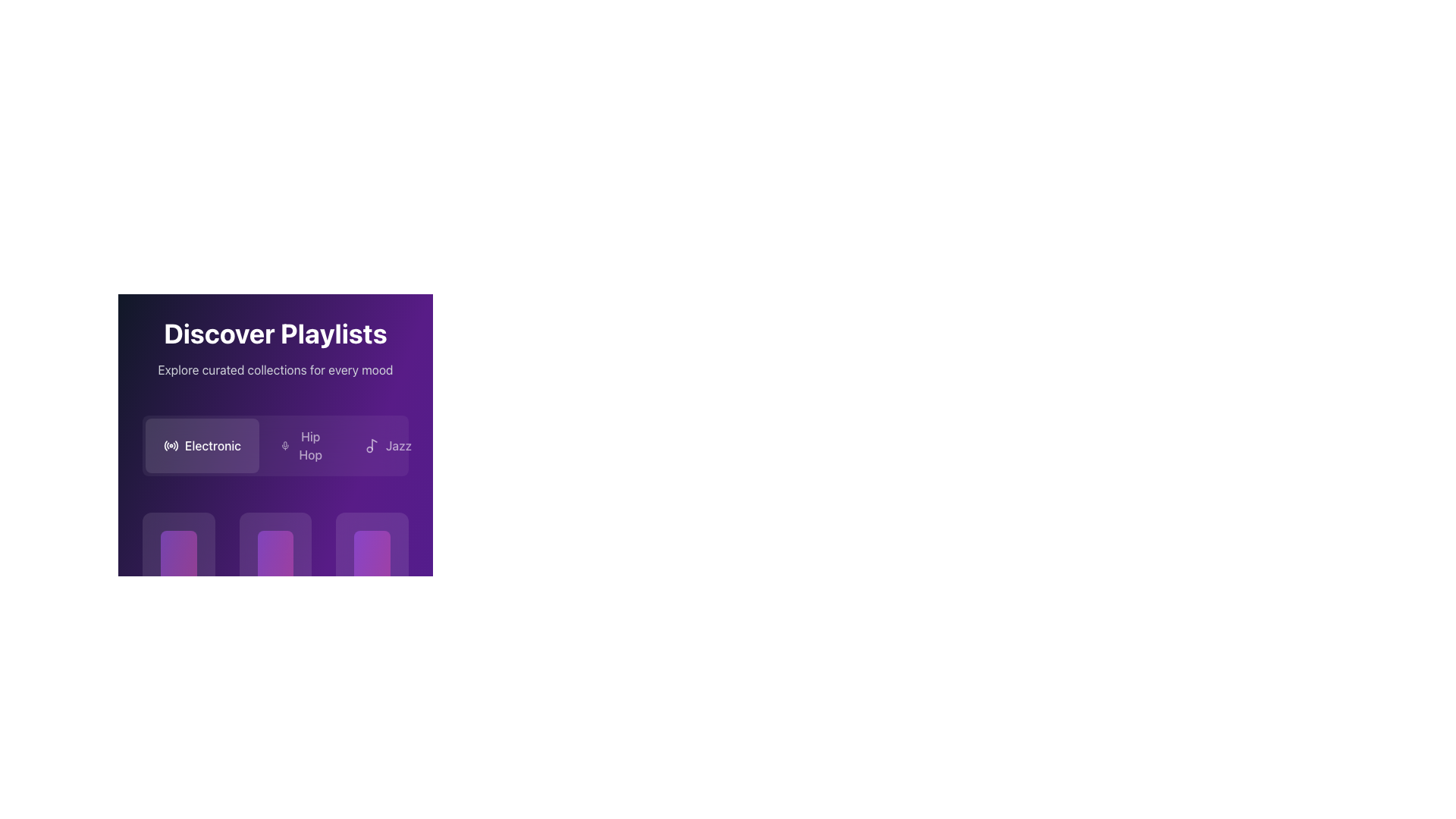  Describe the element at coordinates (171, 444) in the screenshot. I see `the circular icon resembling a radio wave symbol, which is part of the 'Electronic' category button located at the top of the interface` at that location.